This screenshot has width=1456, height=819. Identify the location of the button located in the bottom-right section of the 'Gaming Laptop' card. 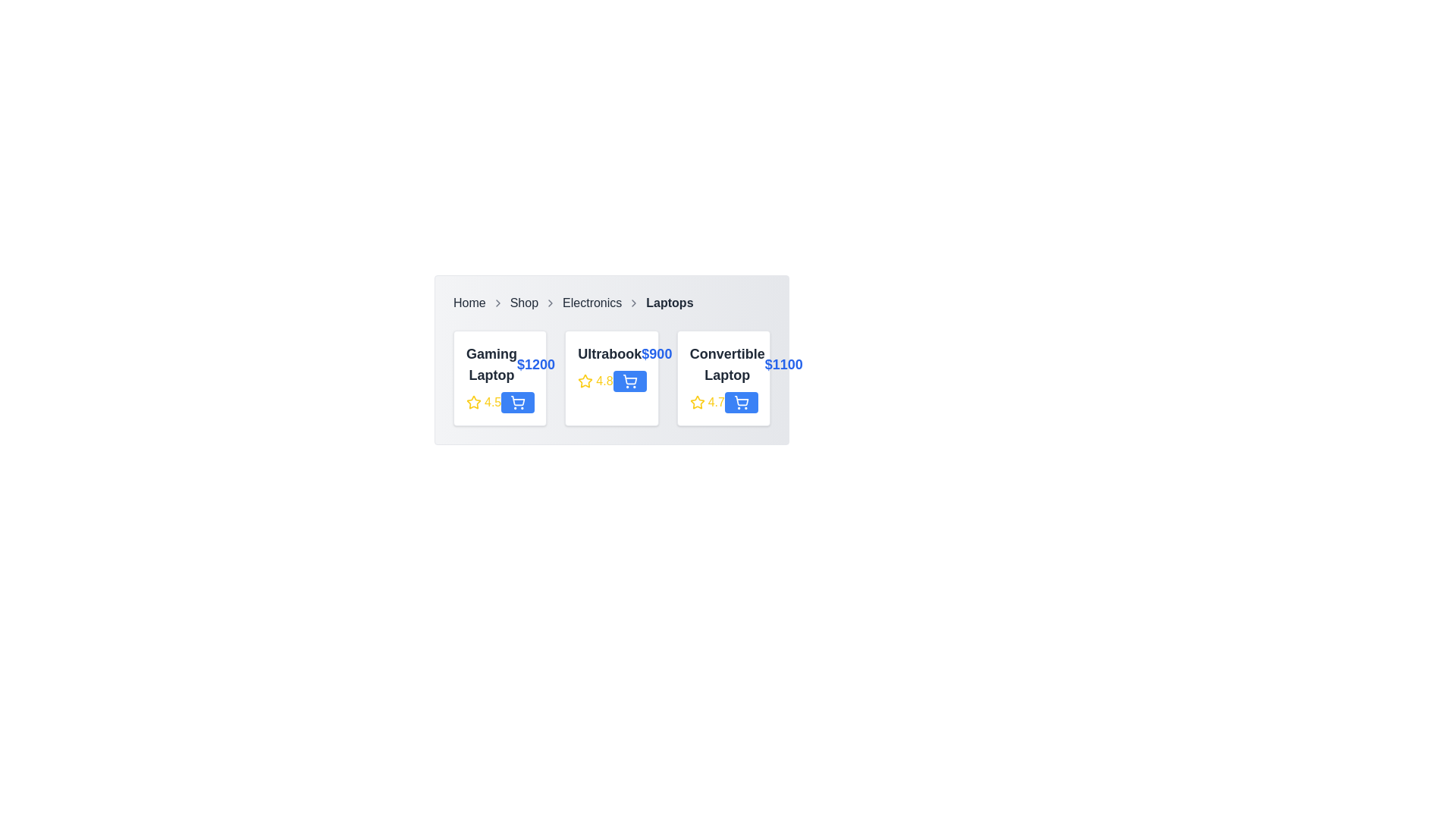
(518, 402).